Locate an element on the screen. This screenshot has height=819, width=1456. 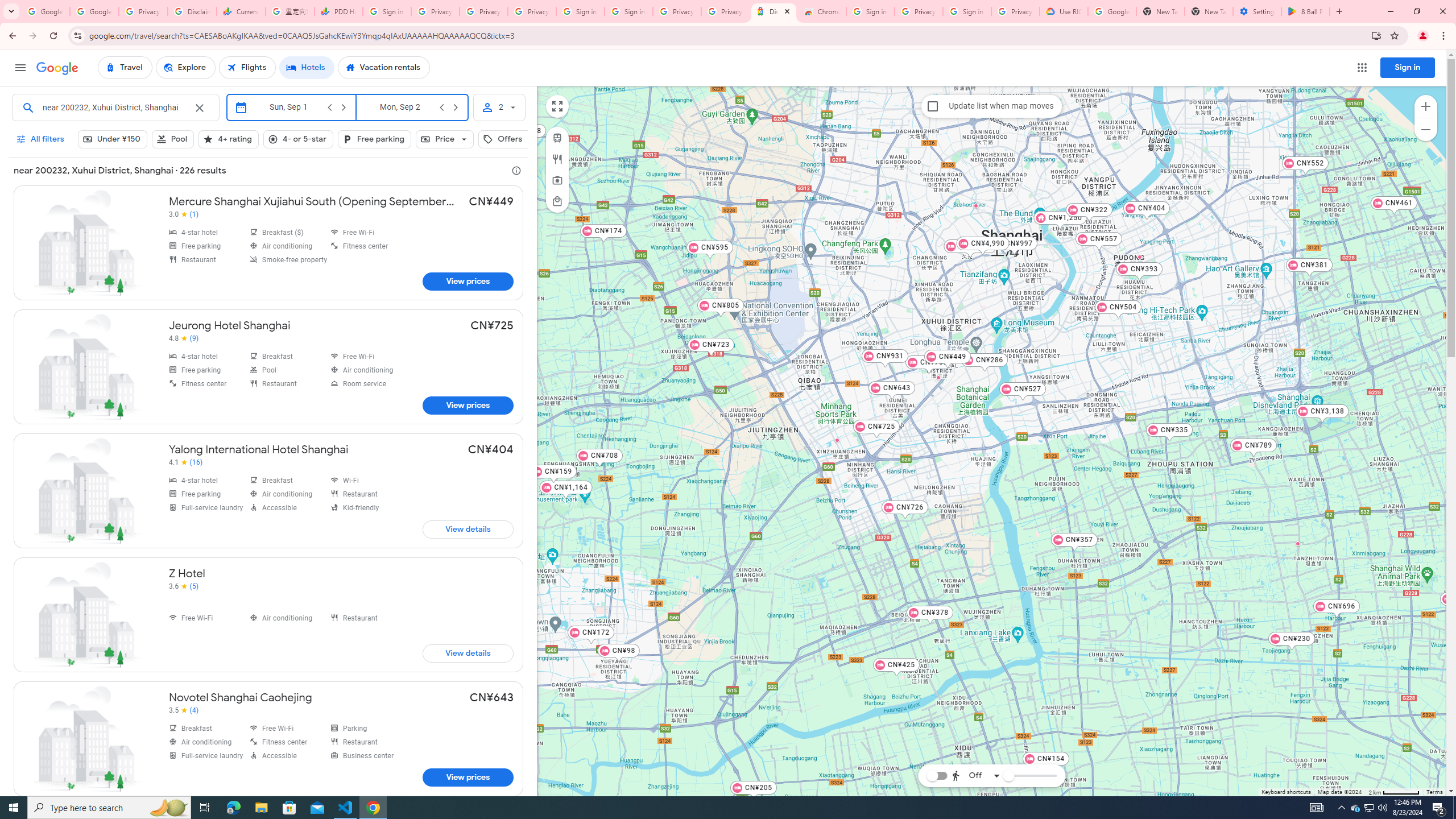
'Off' is located at coordinates (975, 775).